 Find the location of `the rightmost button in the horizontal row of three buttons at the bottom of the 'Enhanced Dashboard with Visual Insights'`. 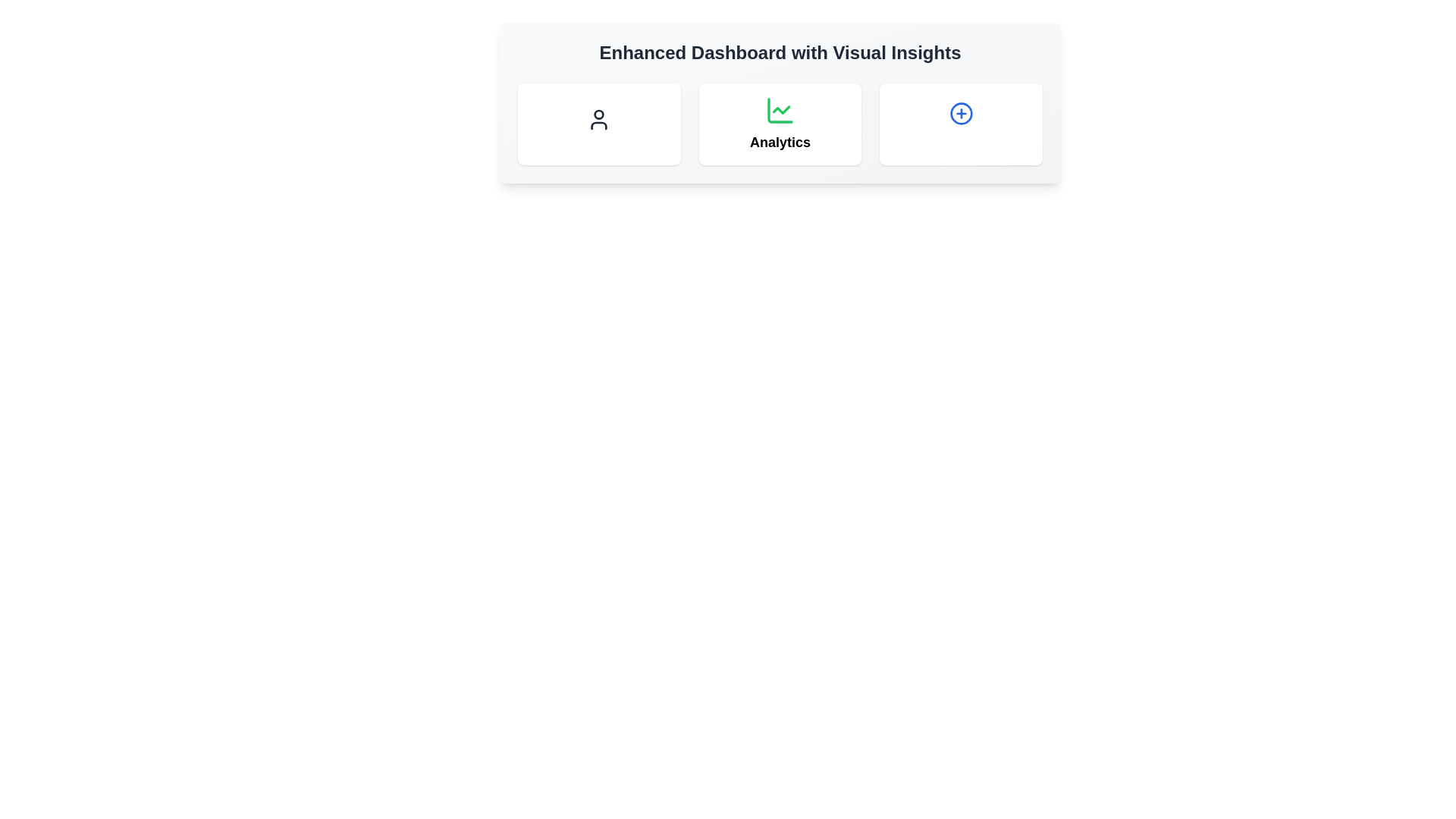

the rightmost button in the horizontal row of three buttons at the bottom of the 'Enhanced Dashboard with Visual Insights' is located at coordinates (960, 113).